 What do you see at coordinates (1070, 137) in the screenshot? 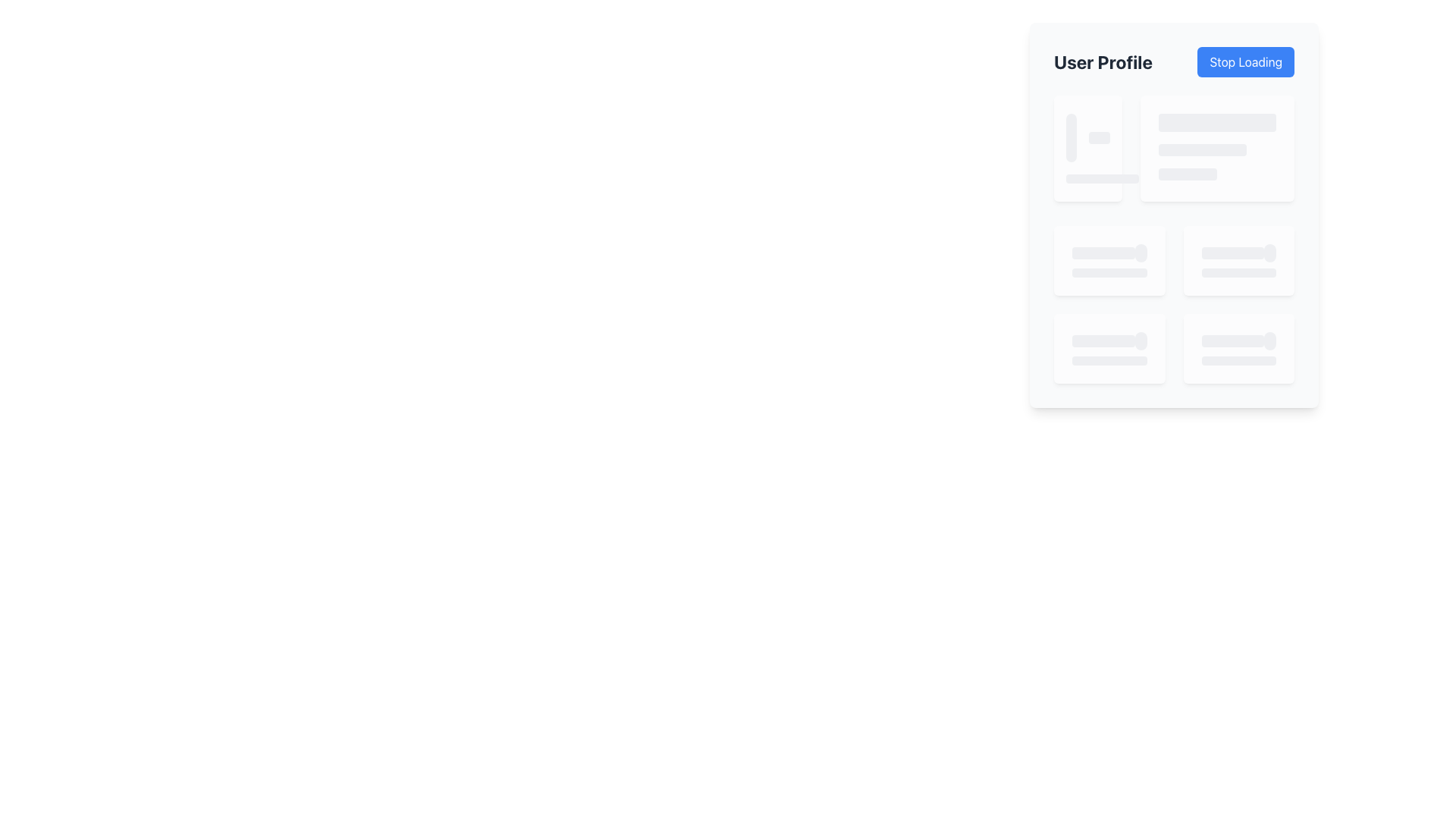
I see `the circular avatar placeholder located at the upper-left section of the 'User Profile' interface card` at bounding box center [1070, 137].